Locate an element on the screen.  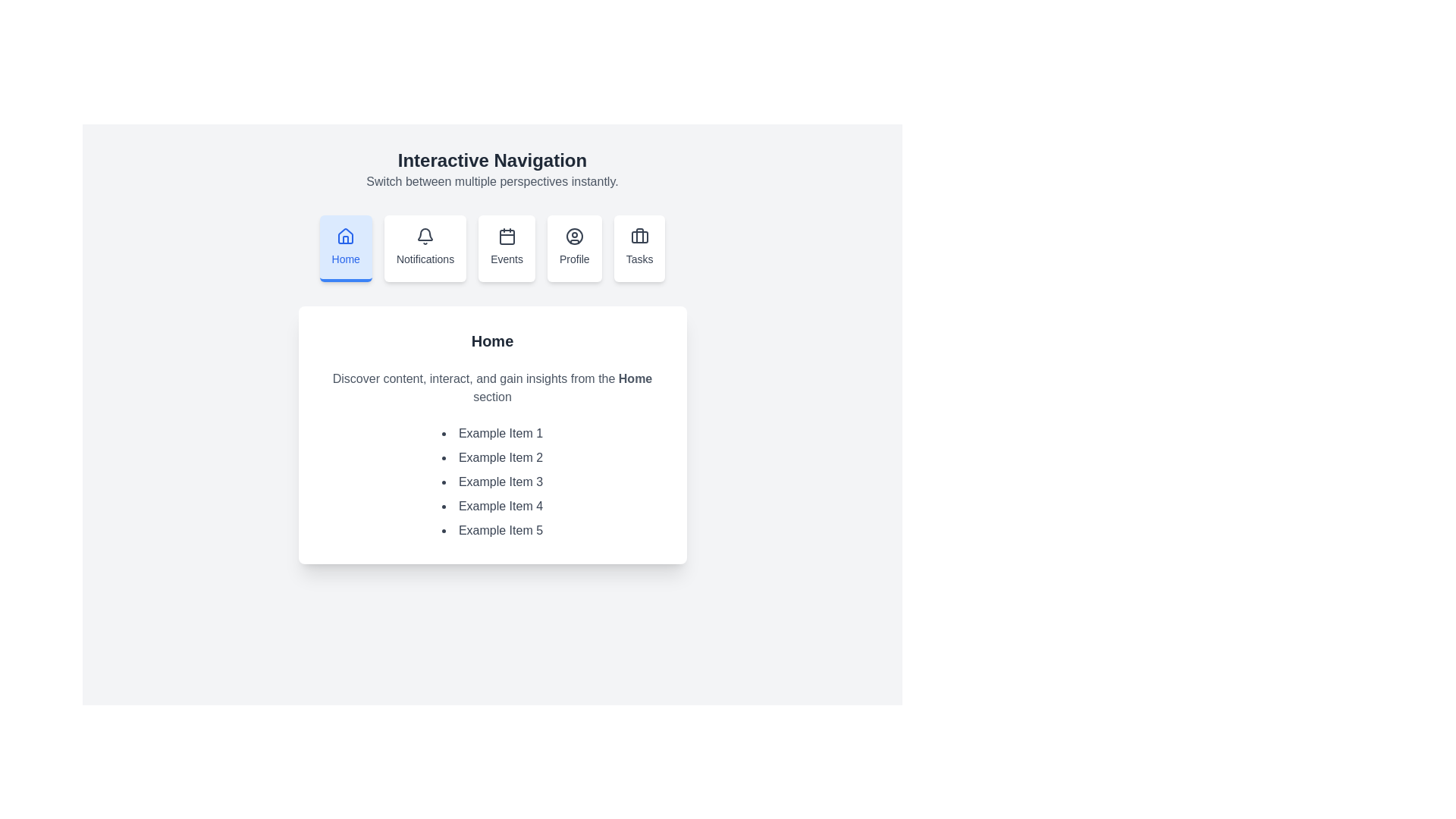
the 'Events' navigation button, which is the third item in the top central section of the navigation bar, positioned between the 'Notifications' and 'Profile' buttons is located at coordinates (507, 247).